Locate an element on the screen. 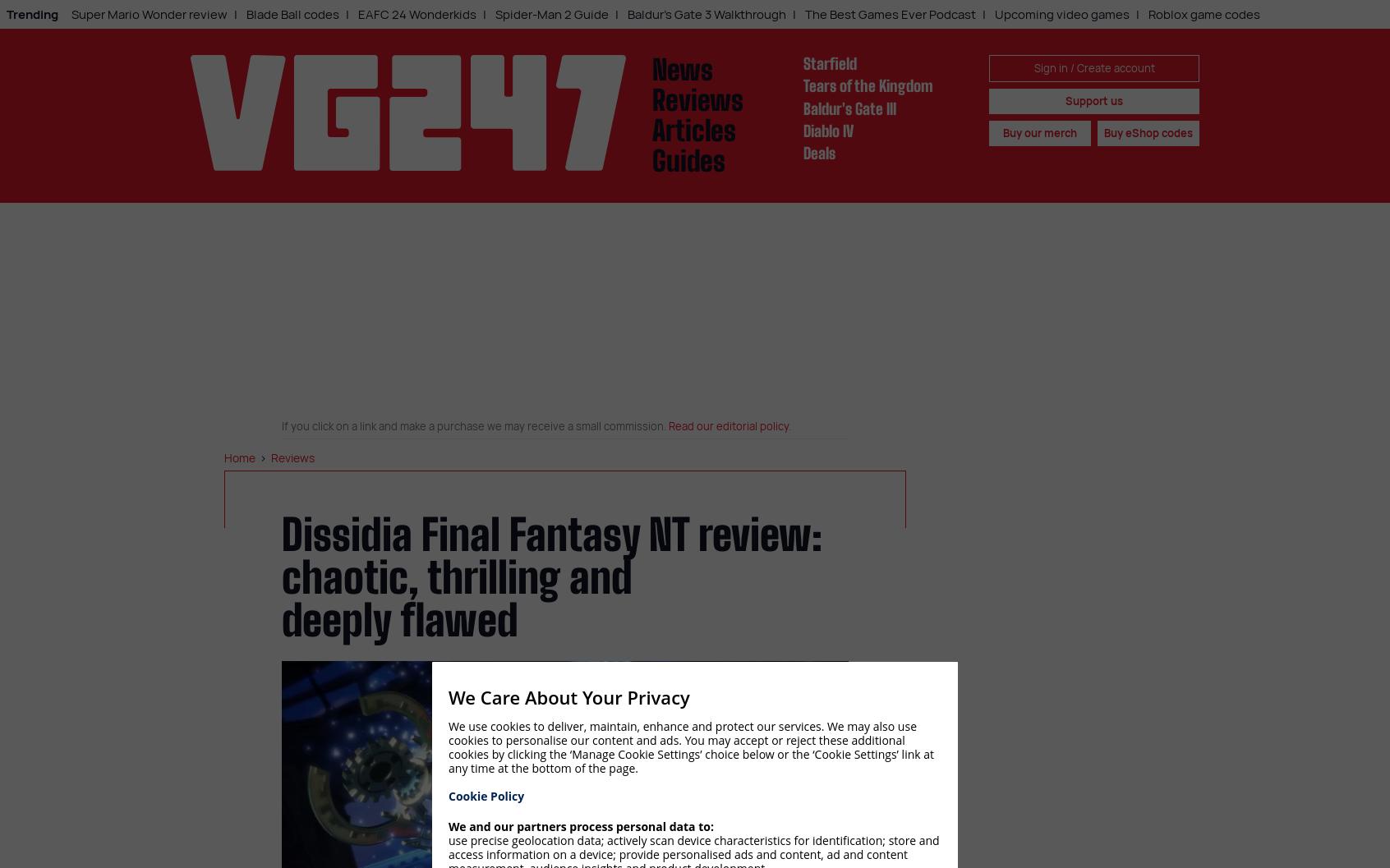 The height and width of the screenshot is (868, 1390). 'Upcoming video games' is located at coordinates (1061, 14).